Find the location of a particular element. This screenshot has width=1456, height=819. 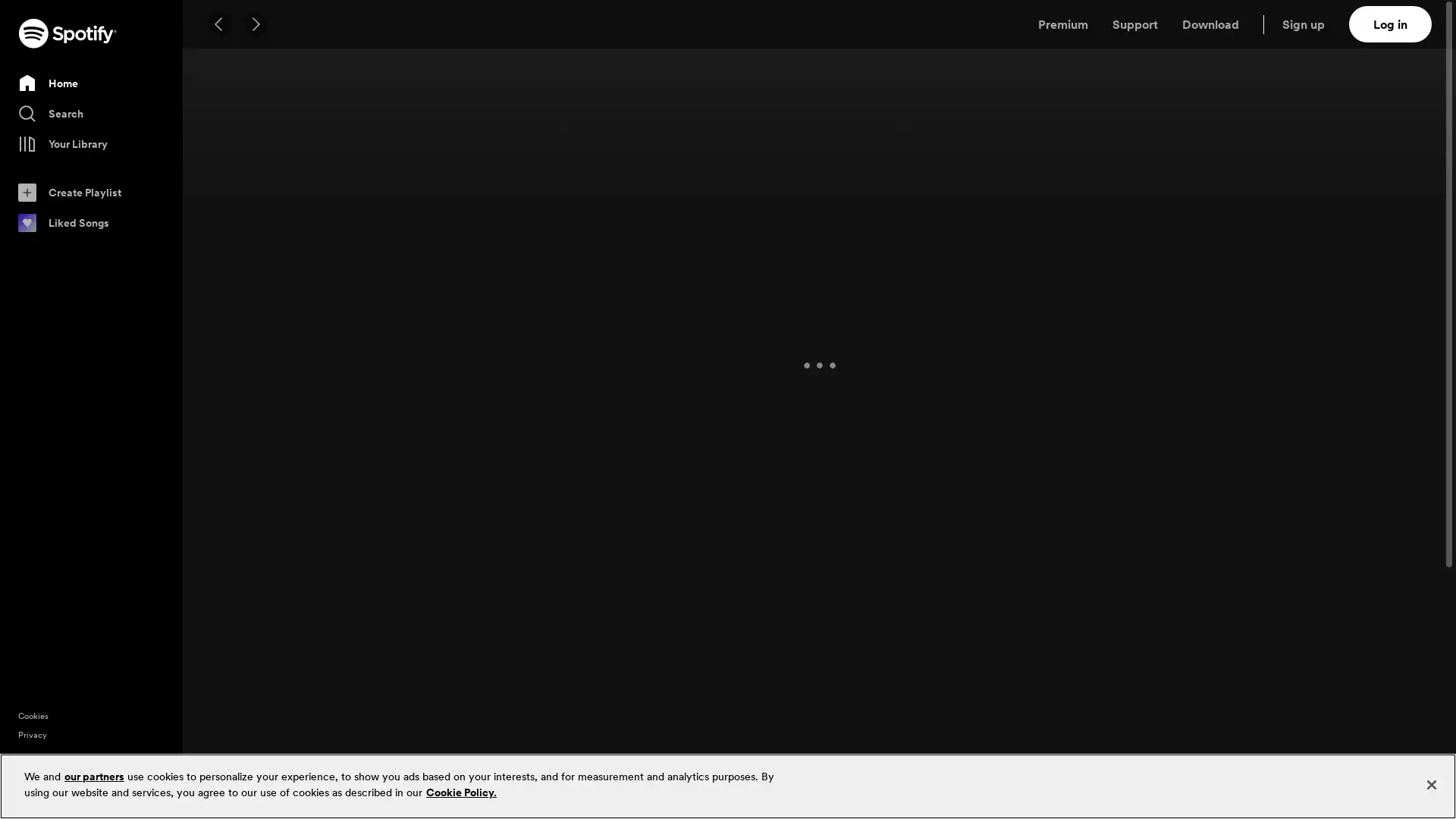

Play Fresh Finds R&B is located at coordinates (461, 210).